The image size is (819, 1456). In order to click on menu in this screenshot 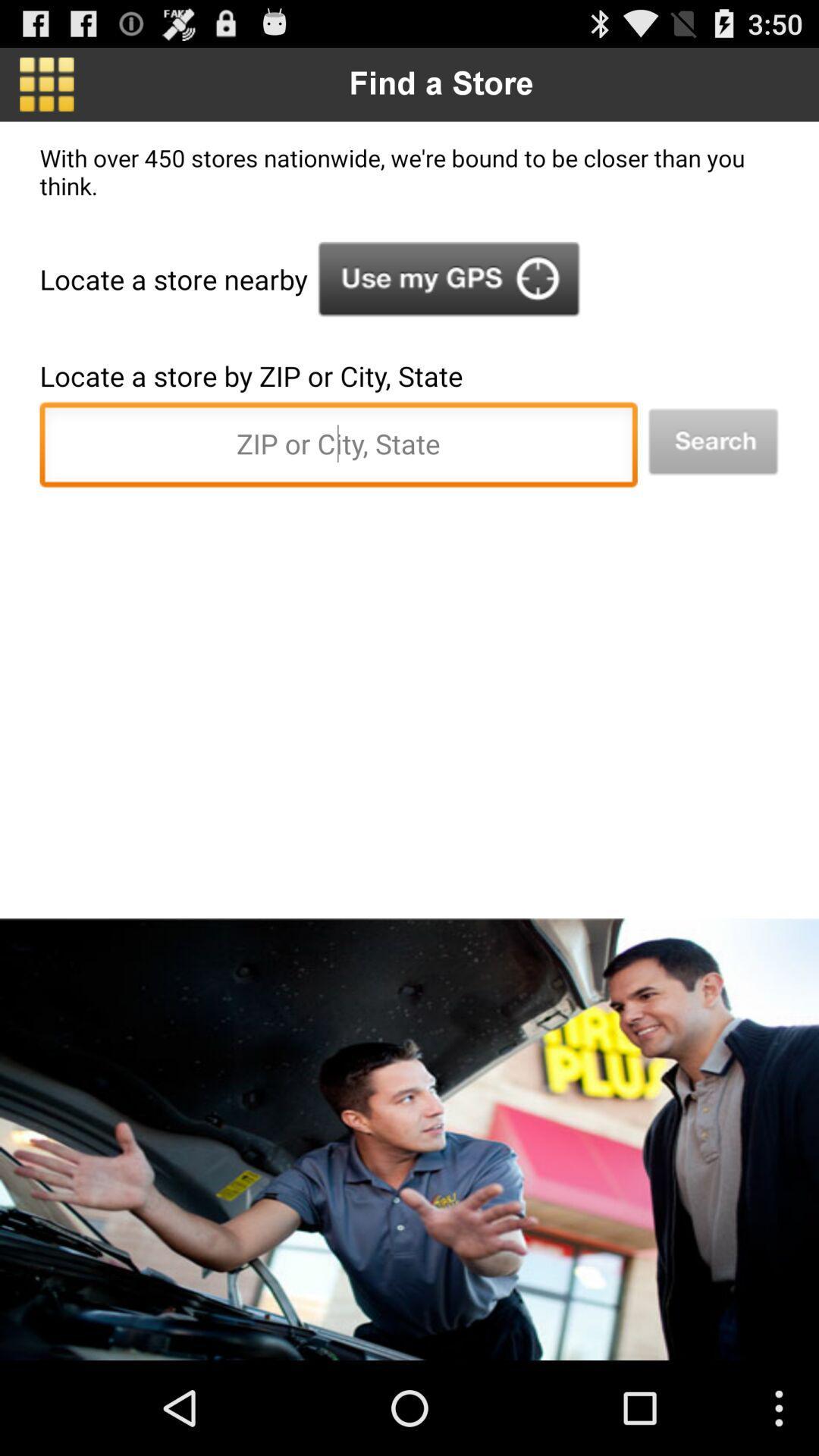, I will do `click(45, 83)`.